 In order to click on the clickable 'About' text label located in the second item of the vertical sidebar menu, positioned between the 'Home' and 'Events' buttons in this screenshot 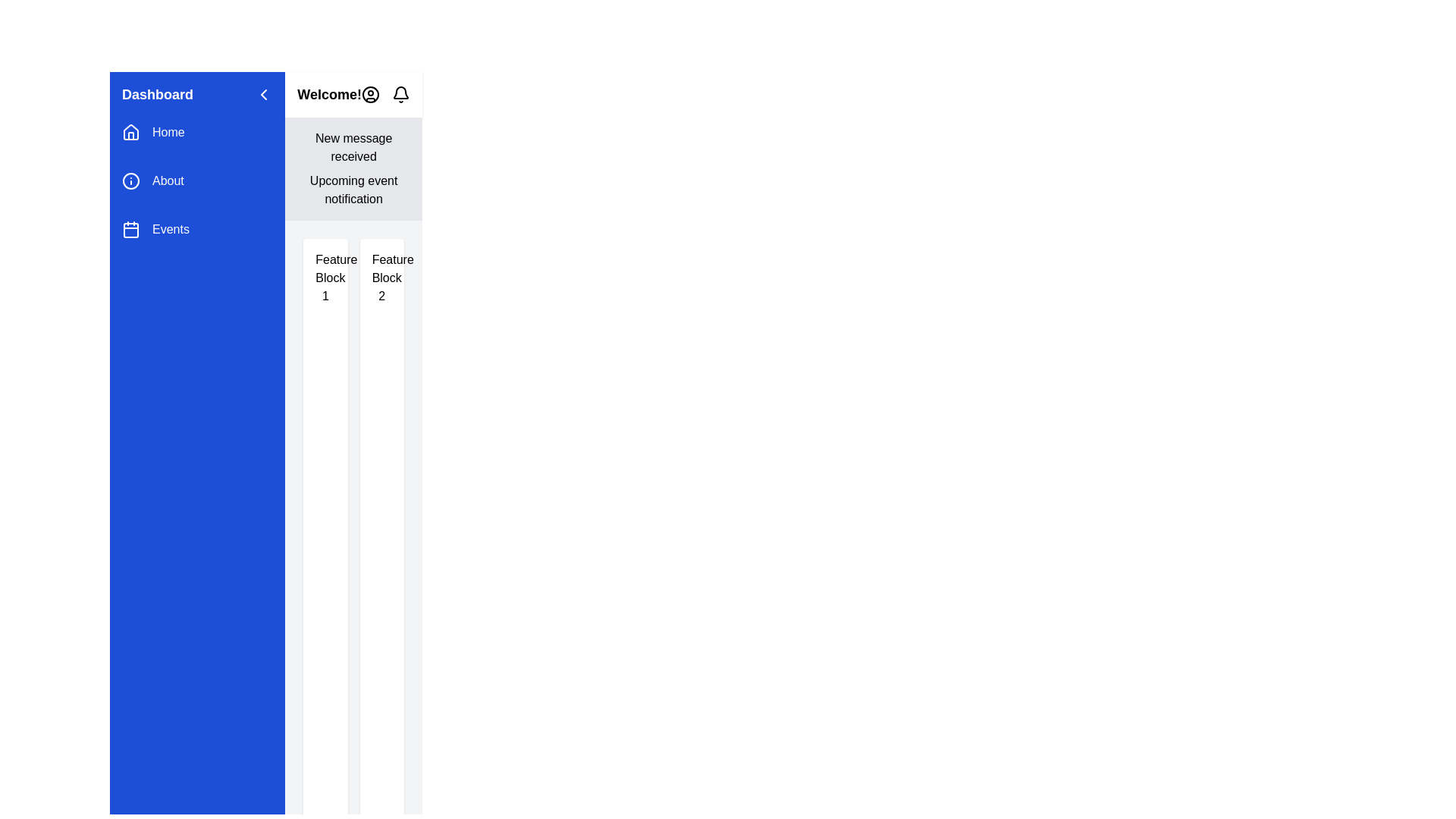, I will do `click(168, 180)`.